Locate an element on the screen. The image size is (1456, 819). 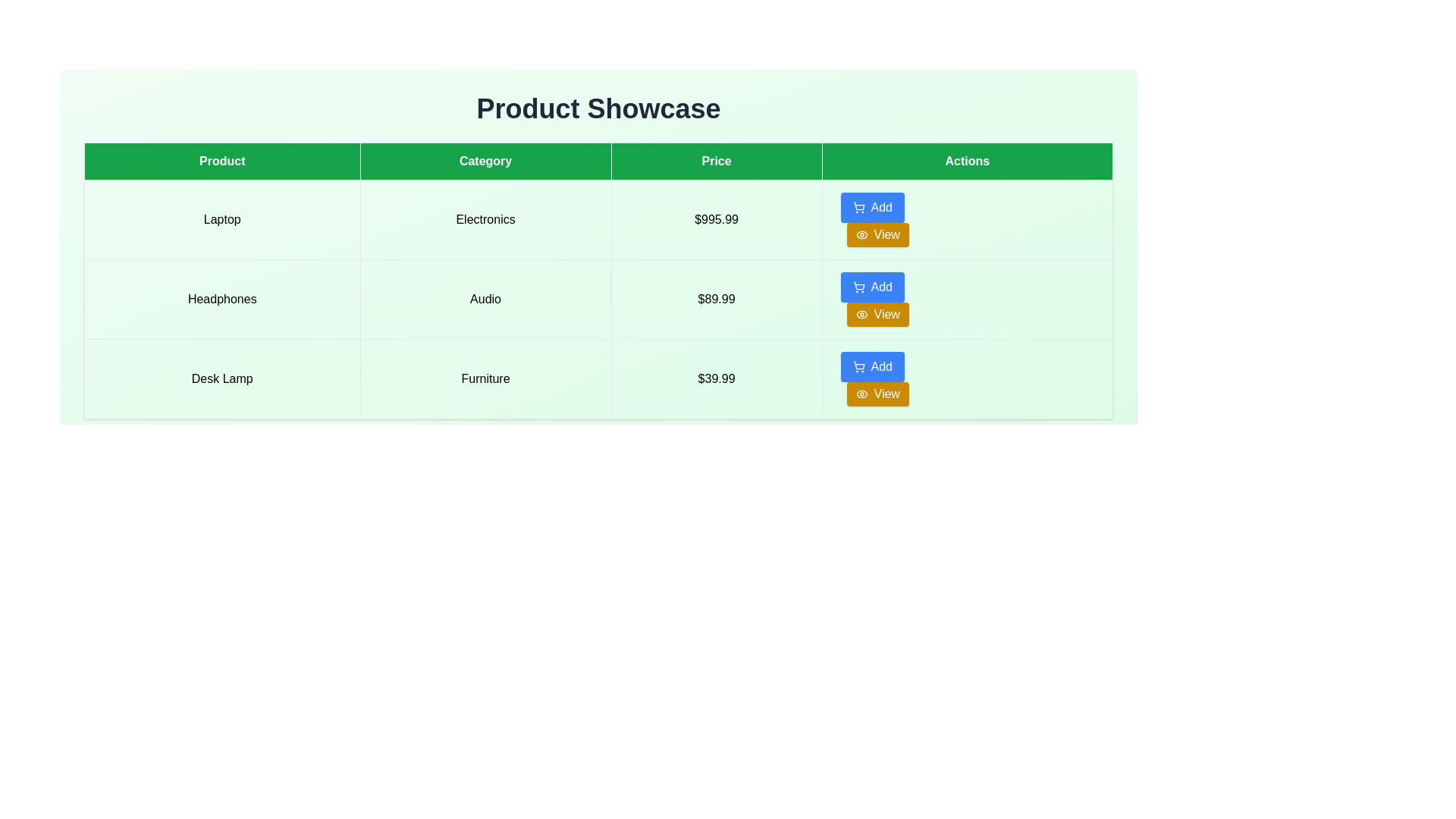
the 'Add' icon in the 'Actions' column of the last row associated with the 'Desk Lamp' product is located at coordinates (858, 366).